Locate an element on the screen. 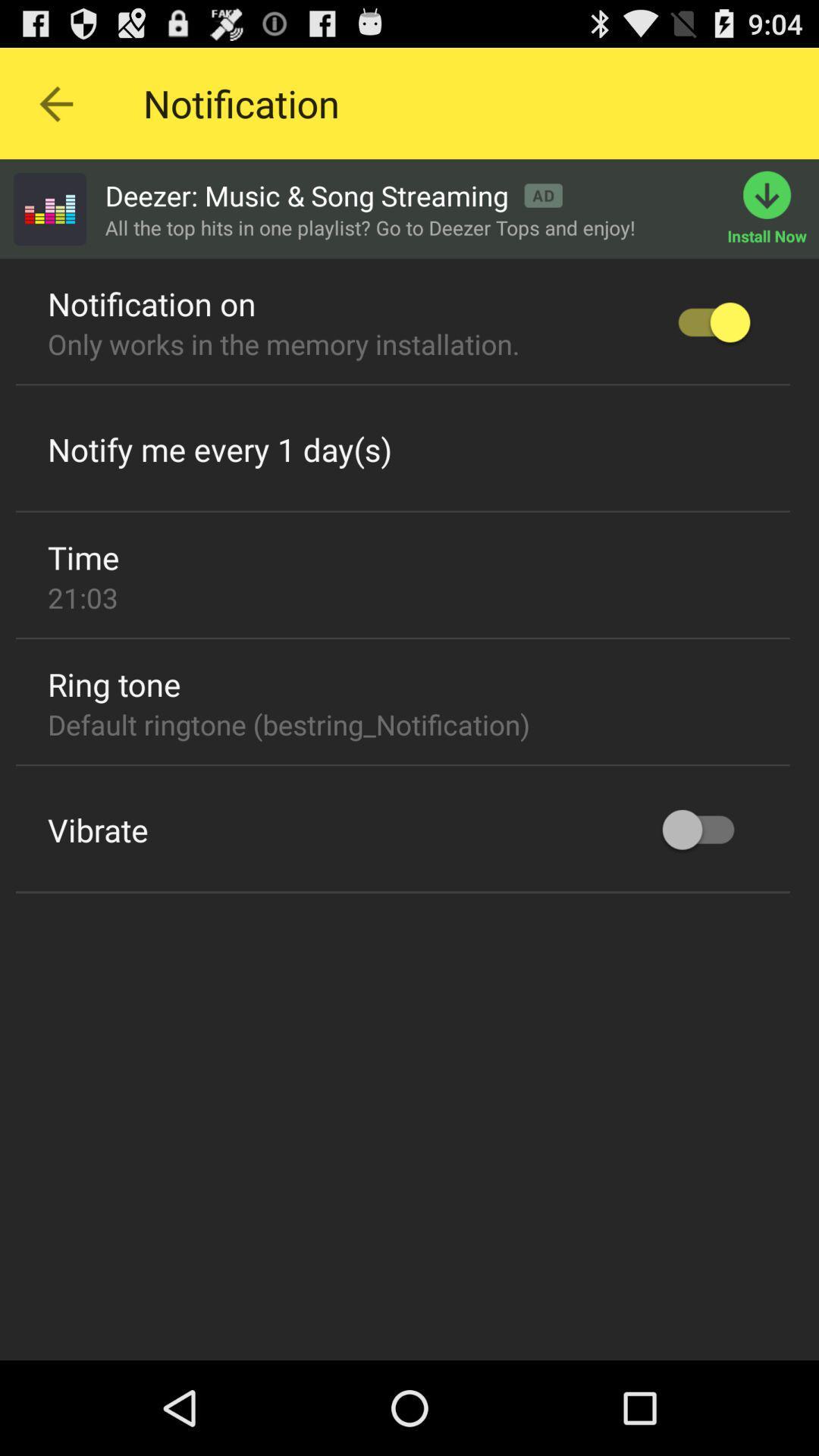 This screenshot has width=819, height=1456. icon next to notification app is located at coordinates (55, 102).